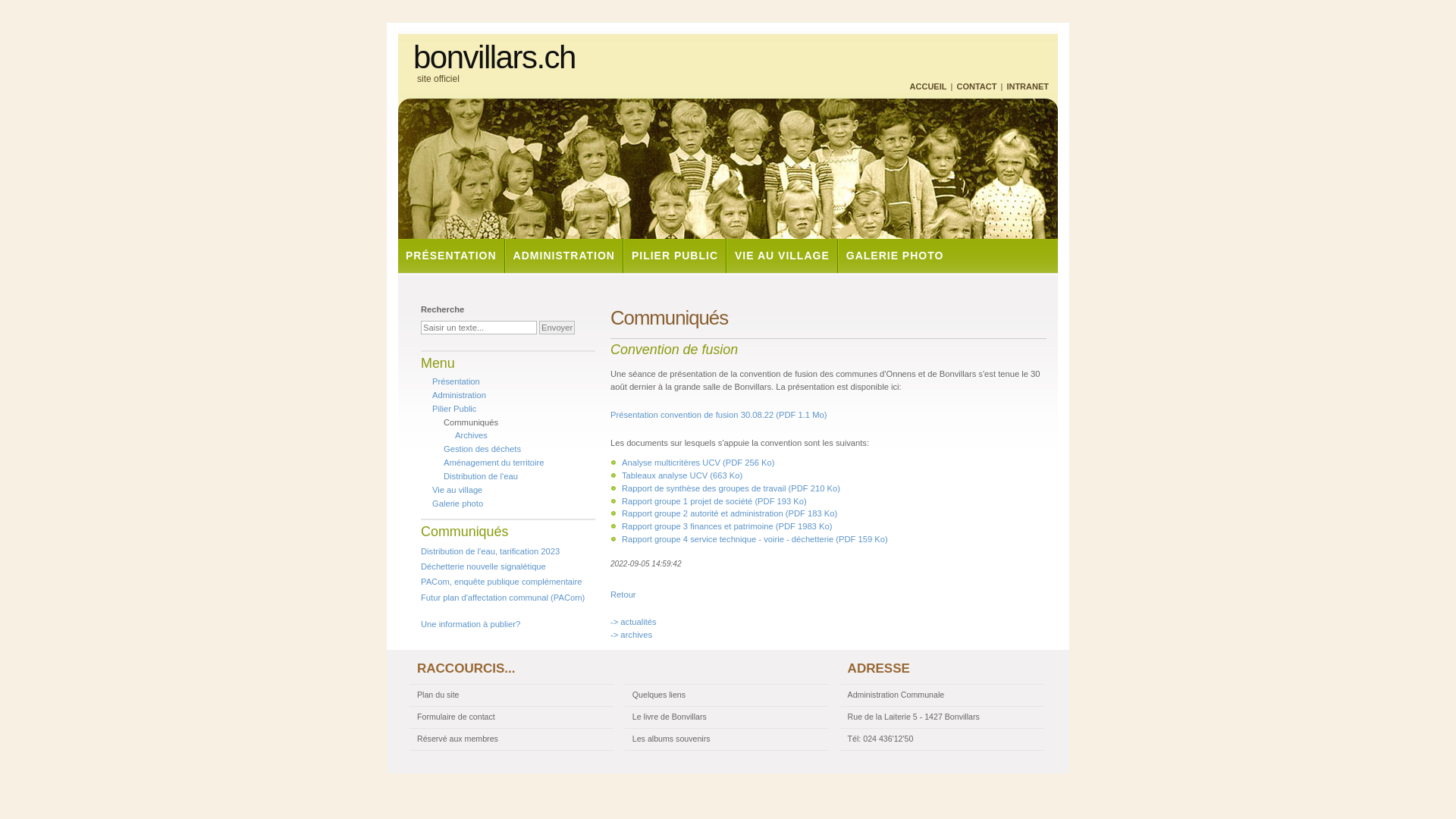  I want to click on 'Le livre de Bonvillars', so click(726, 717).